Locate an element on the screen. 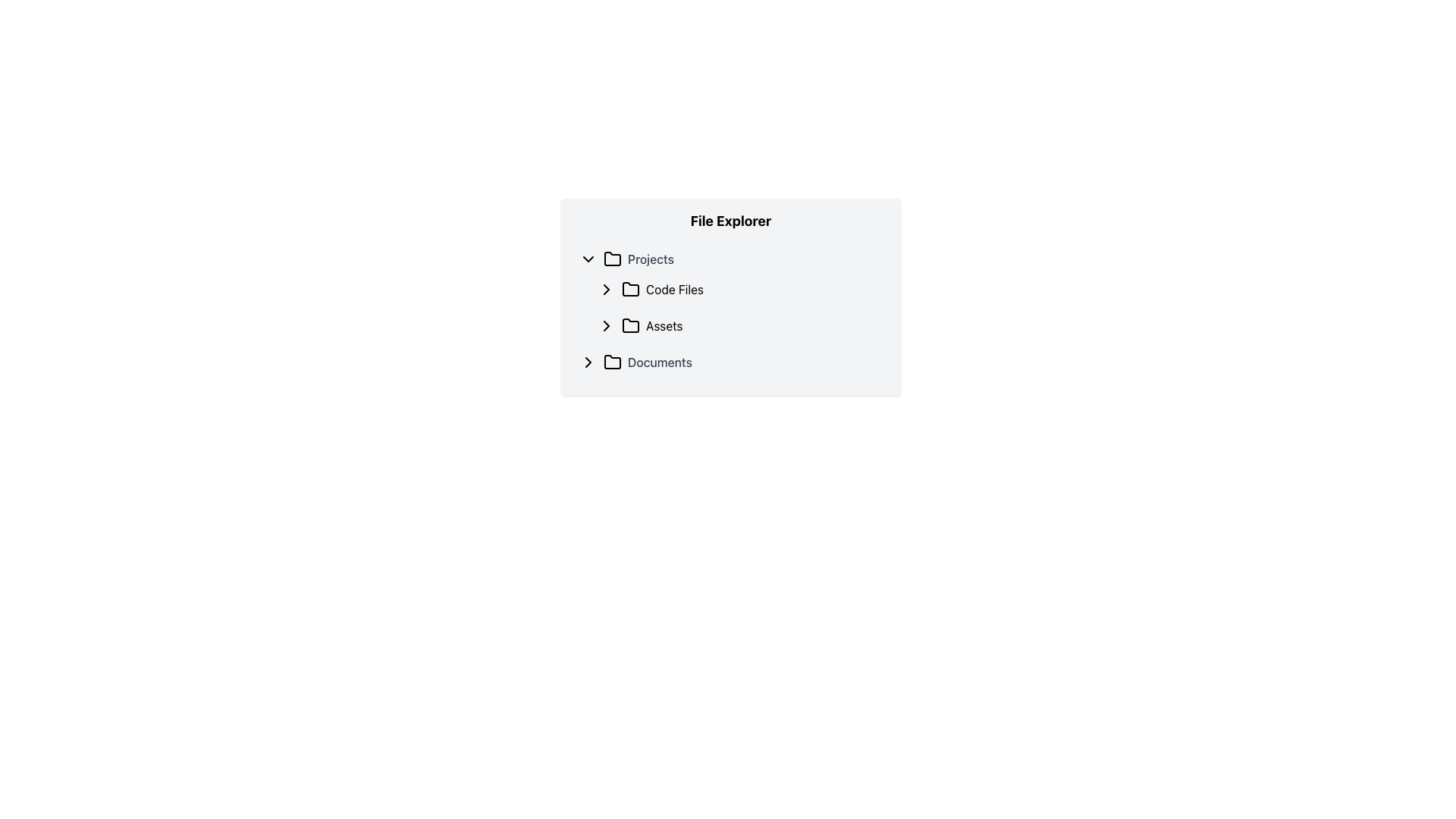 This screenshot has height=819, width=1456. the folder icon next to 'Code Files' is located at coordinates (630, 289).